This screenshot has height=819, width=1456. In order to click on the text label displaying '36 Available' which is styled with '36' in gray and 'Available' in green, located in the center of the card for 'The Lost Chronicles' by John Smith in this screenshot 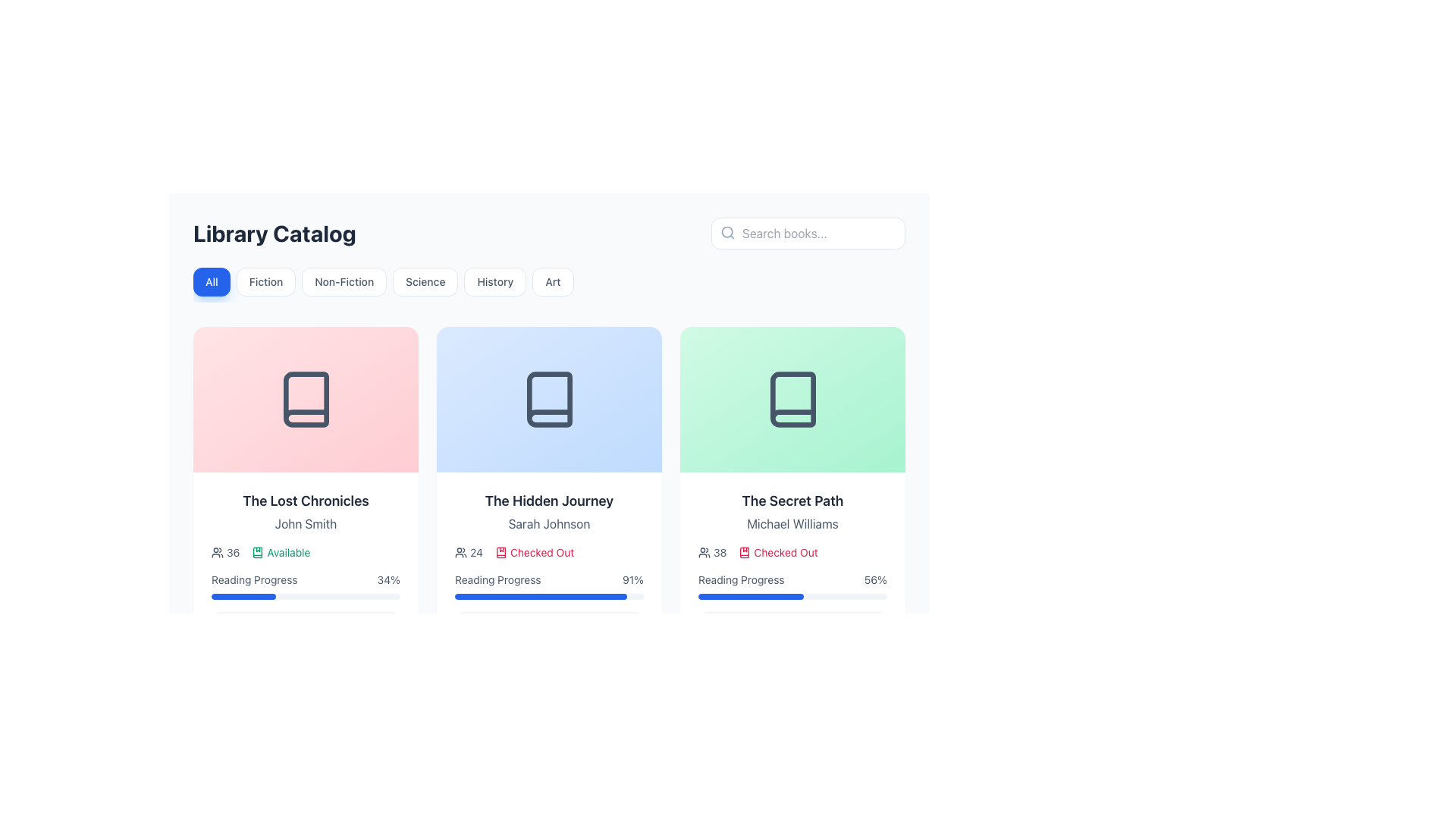, I will do `click(305, 553)`.